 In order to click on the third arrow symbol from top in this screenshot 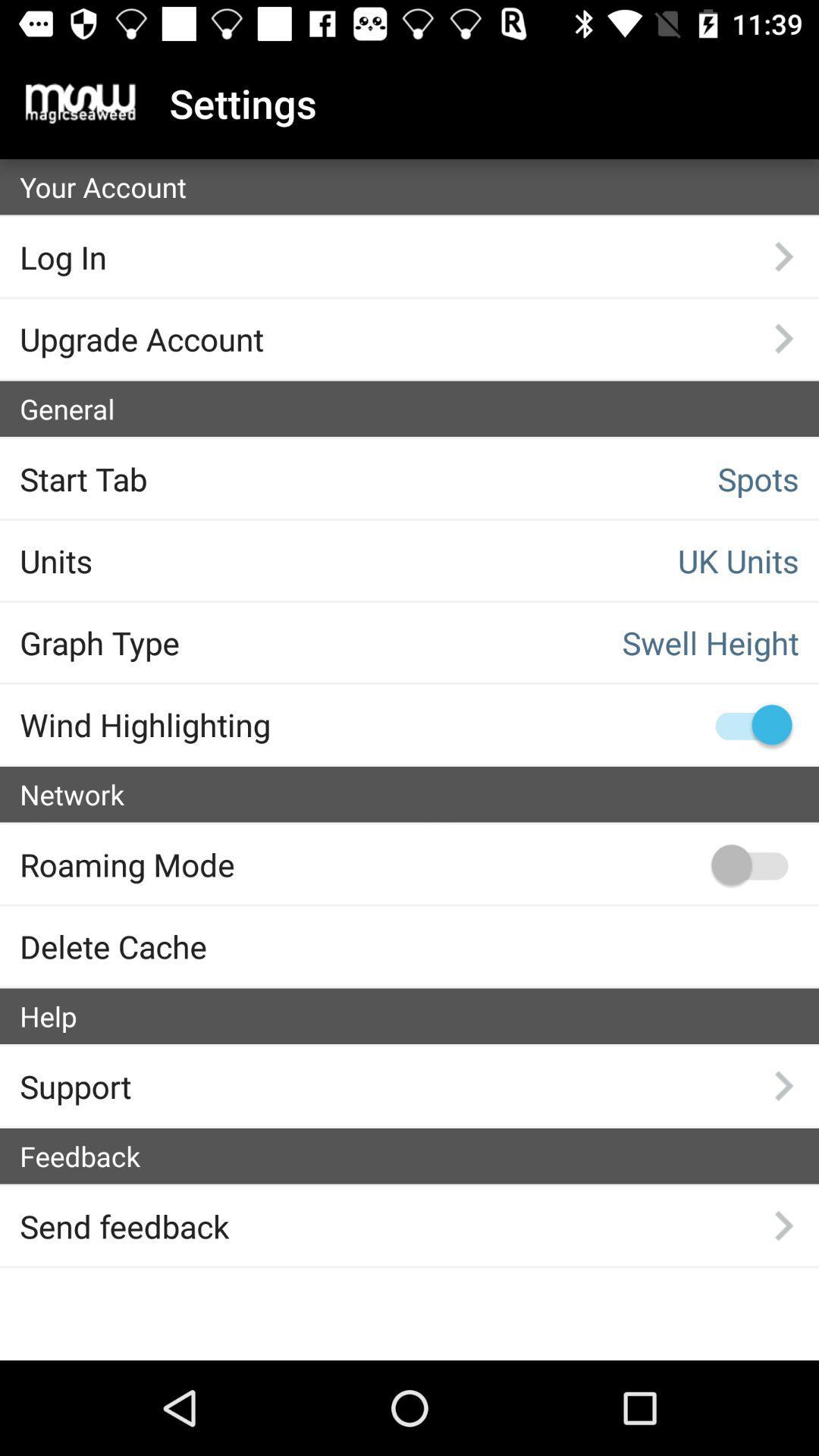, I will do `click(783, 1084)`.